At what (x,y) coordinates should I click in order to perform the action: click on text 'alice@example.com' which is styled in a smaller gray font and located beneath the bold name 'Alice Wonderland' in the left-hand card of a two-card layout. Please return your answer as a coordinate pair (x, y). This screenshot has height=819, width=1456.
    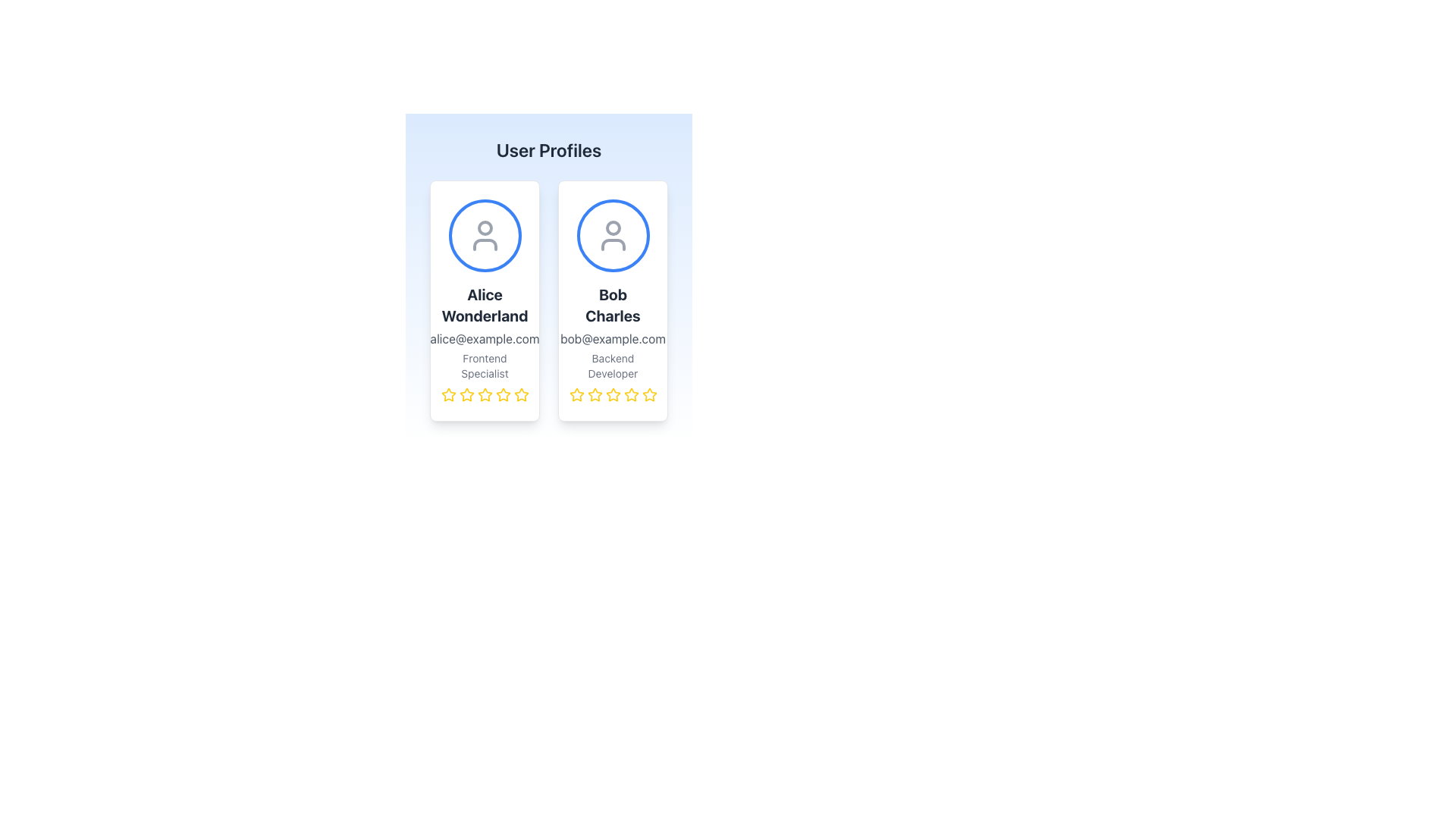
    Looking at the image, I should click on (484, 338).